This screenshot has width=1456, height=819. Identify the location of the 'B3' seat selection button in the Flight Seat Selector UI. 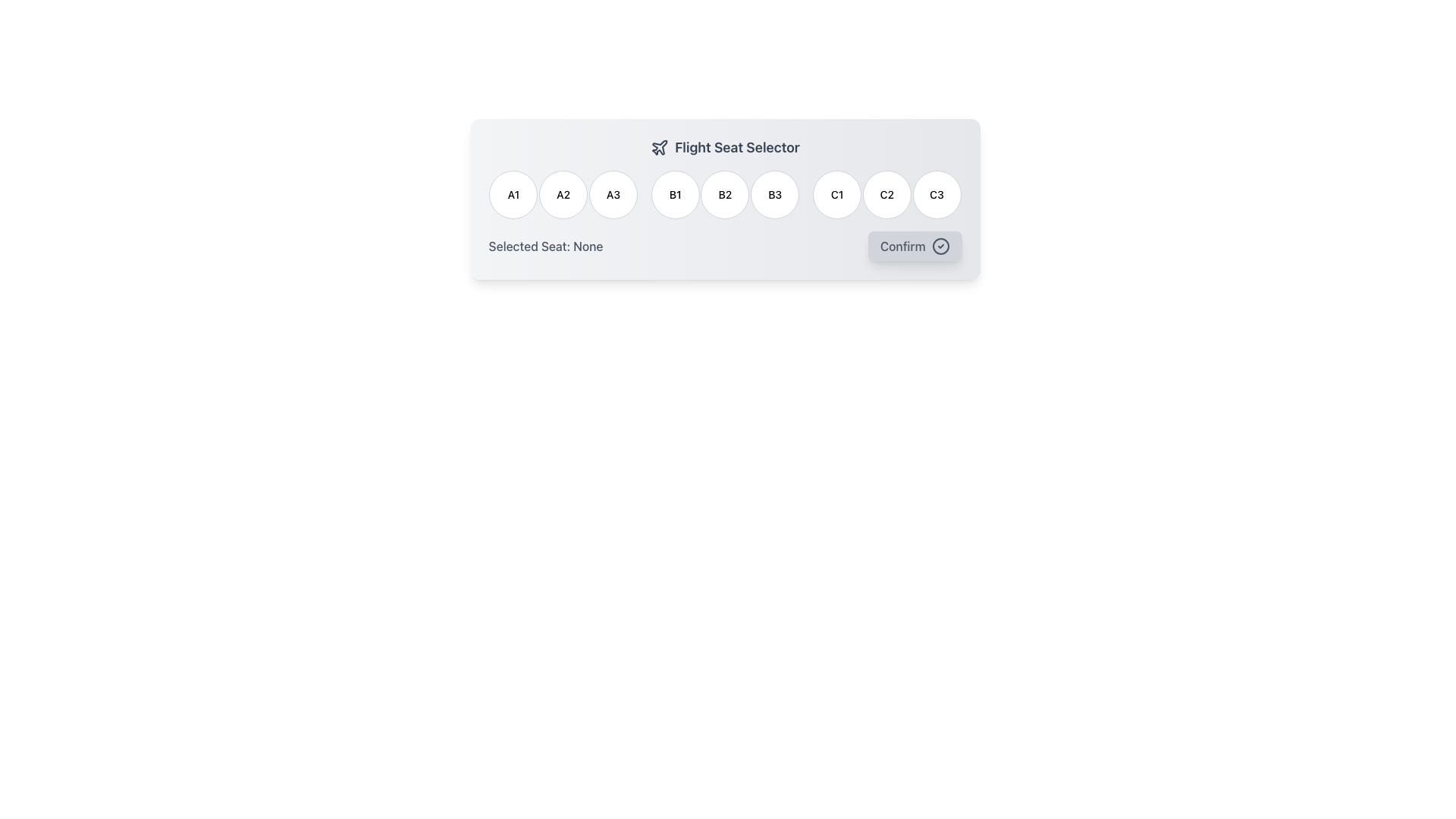
(775, 194).